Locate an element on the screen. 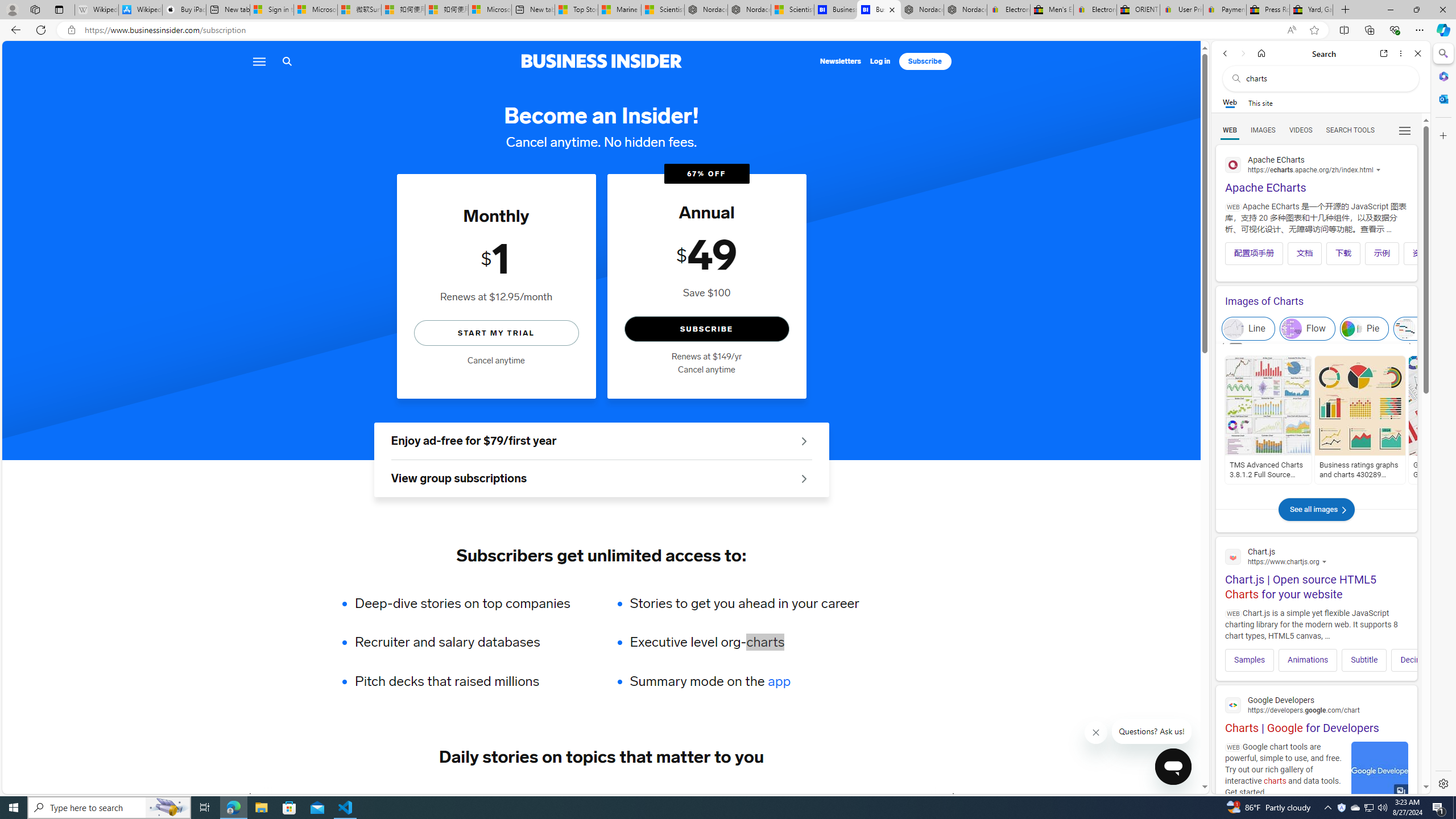 This screenshot has width=1456, height=819. 'Microsoft account | Account Checkup' is located at coordinates (489, 9).